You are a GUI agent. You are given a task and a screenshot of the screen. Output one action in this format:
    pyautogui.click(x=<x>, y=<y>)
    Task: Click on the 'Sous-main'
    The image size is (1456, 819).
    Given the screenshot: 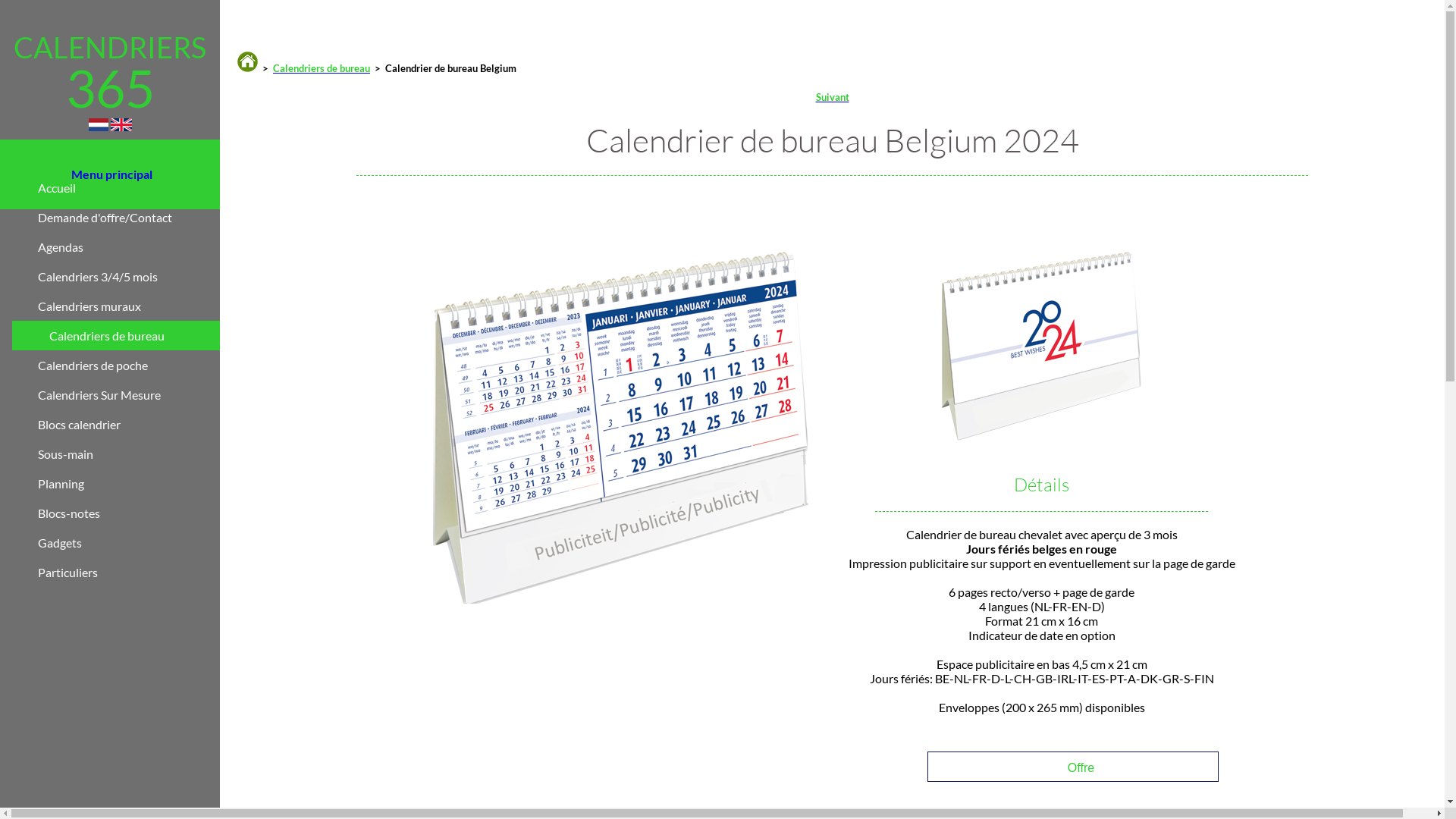 What is the action you would take?
    pyautogui.click(x=128, y=453)
    